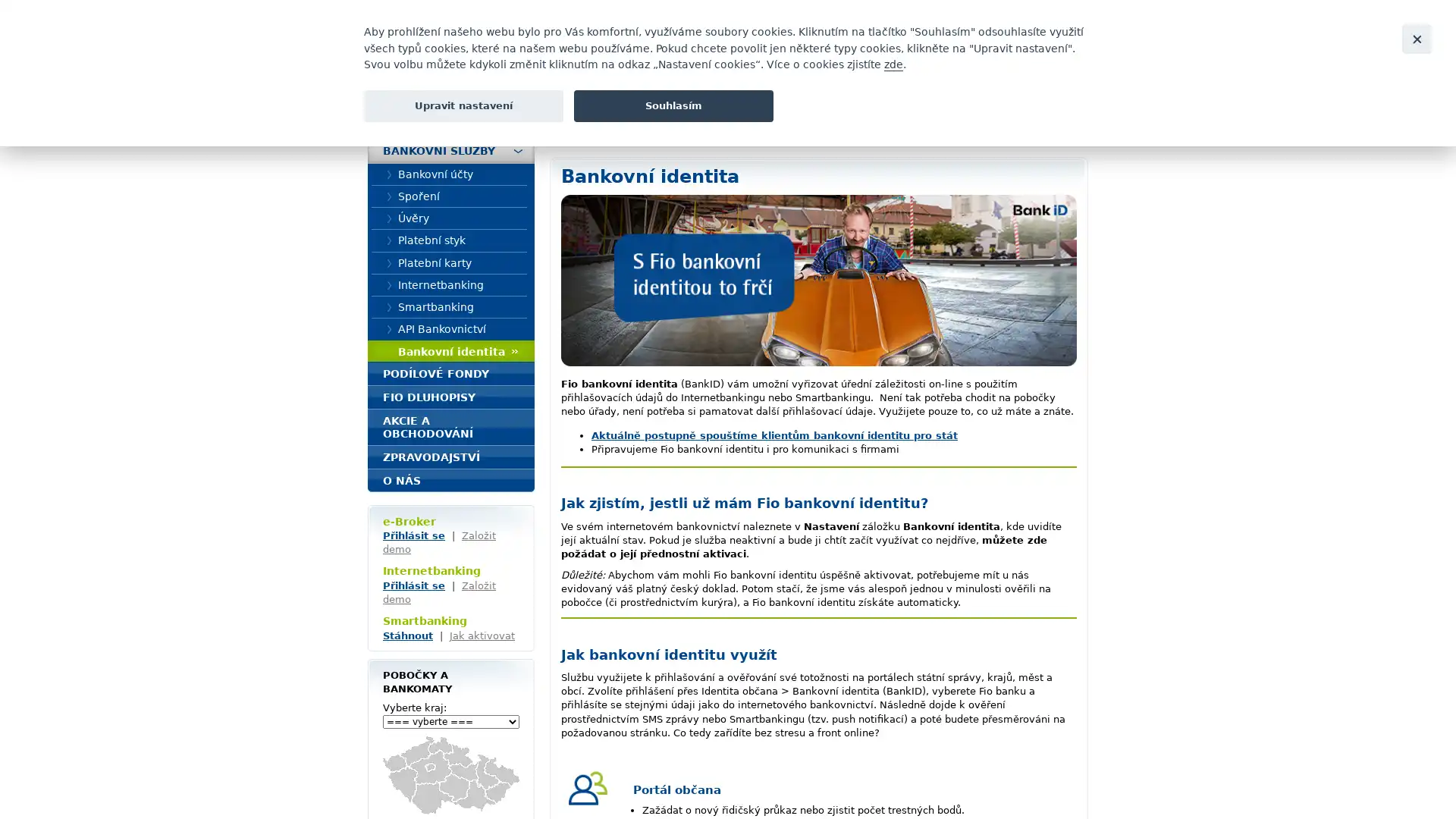  What do you see at coordinates (673, 105) in the screenshot?
I see `Souhlasim` at bounding box center [673, 105].